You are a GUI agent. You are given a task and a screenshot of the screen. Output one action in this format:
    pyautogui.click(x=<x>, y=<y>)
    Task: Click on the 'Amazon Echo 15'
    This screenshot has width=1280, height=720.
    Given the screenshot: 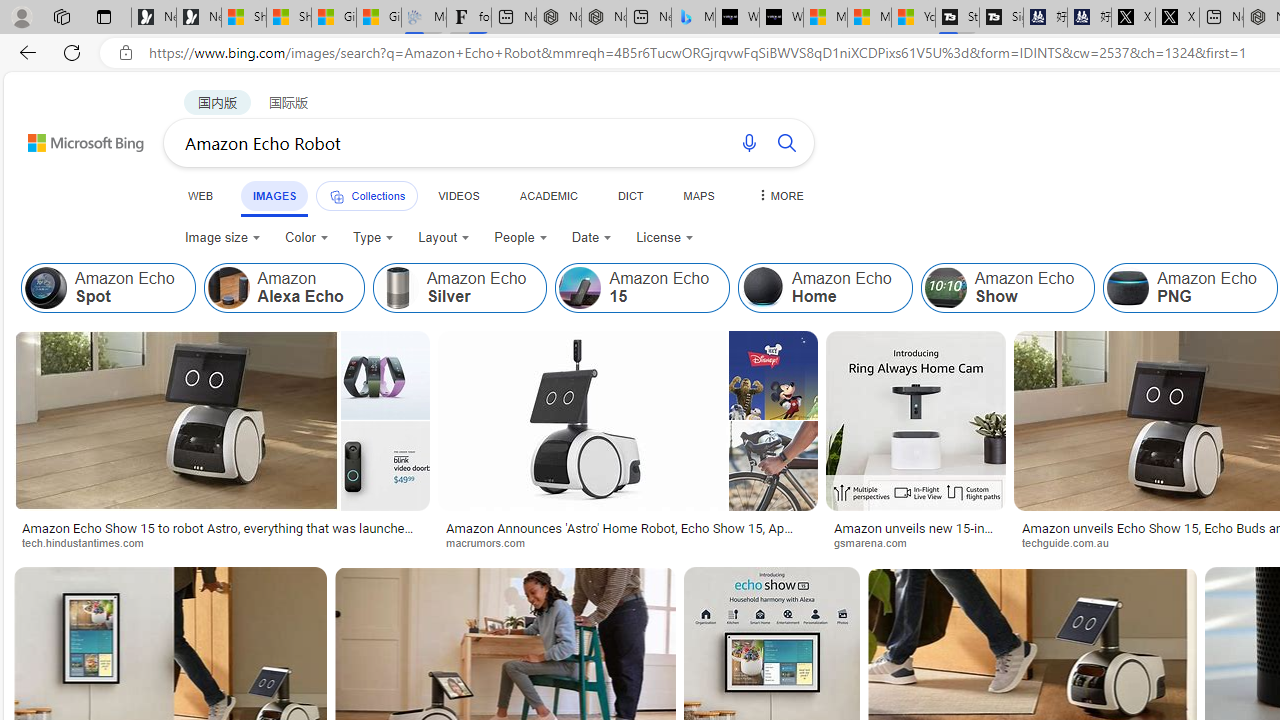 What is the action you would take?
    pyautogui.click(x=579, y=288)
    